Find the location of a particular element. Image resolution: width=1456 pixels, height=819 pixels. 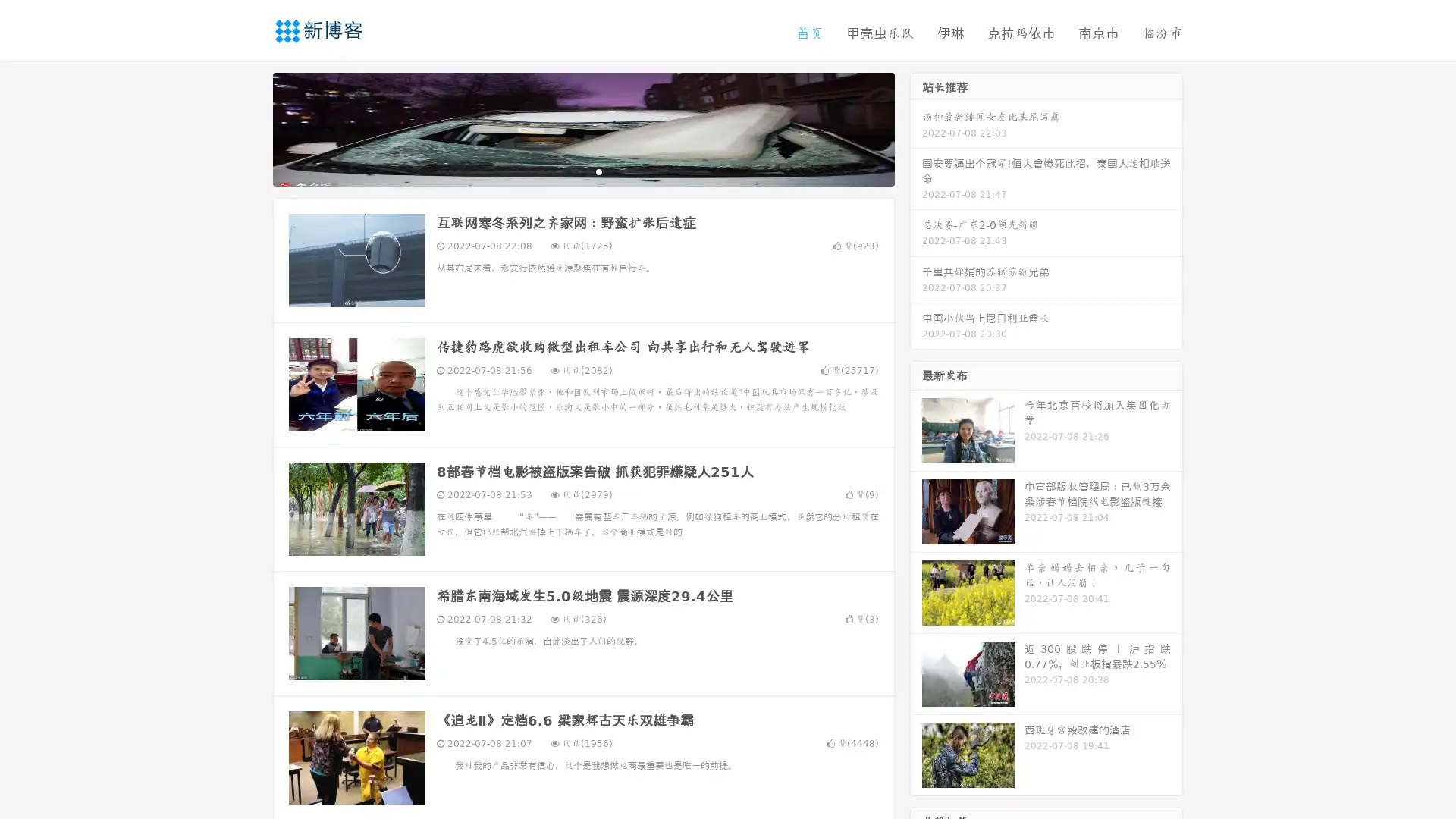

Go to slide 1 is located at coordinates (567, 171).